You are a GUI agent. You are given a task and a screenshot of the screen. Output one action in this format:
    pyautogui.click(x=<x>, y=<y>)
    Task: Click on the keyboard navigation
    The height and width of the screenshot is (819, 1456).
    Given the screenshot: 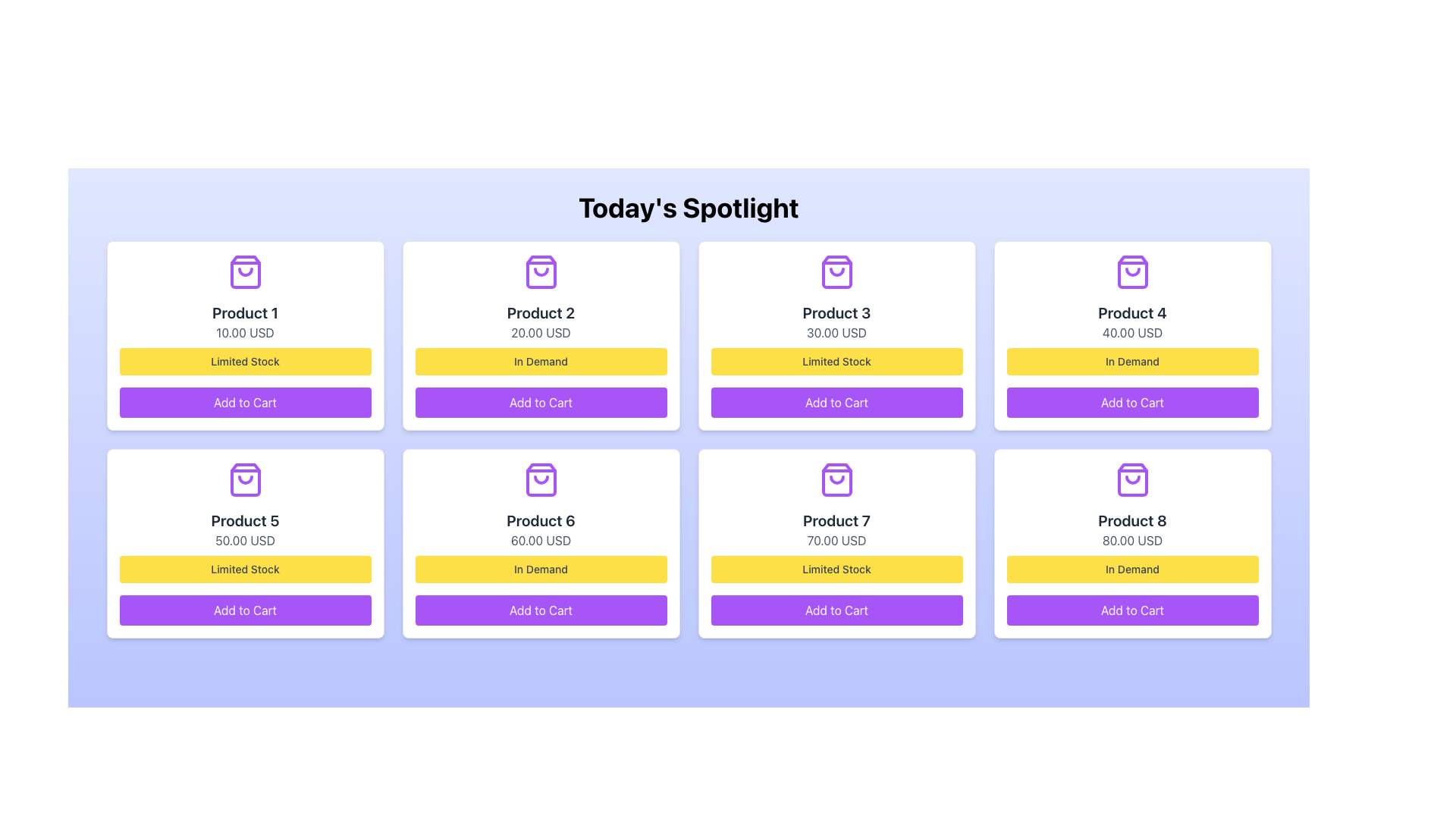 What is the action you would take?
    pyautogui.click(x=541, y=402)
    